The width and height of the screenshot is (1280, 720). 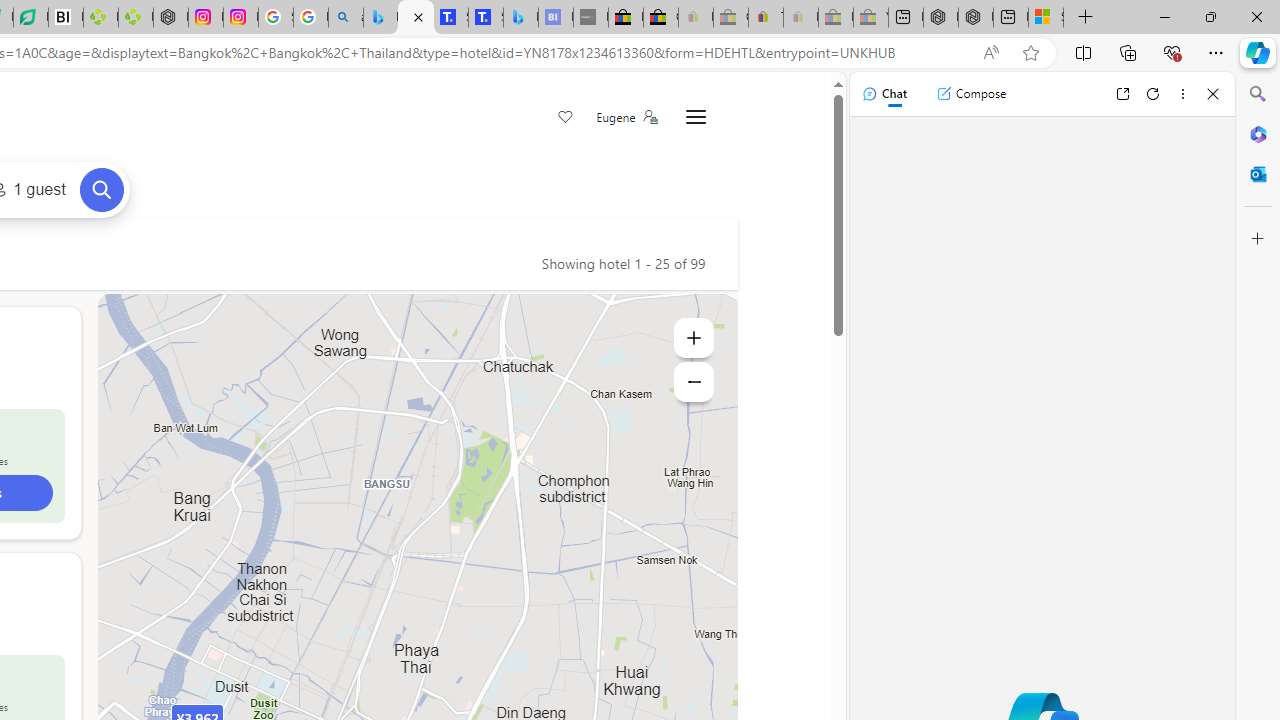 I want to click on 'Open link in new tab', so click(x=1122, y=93).